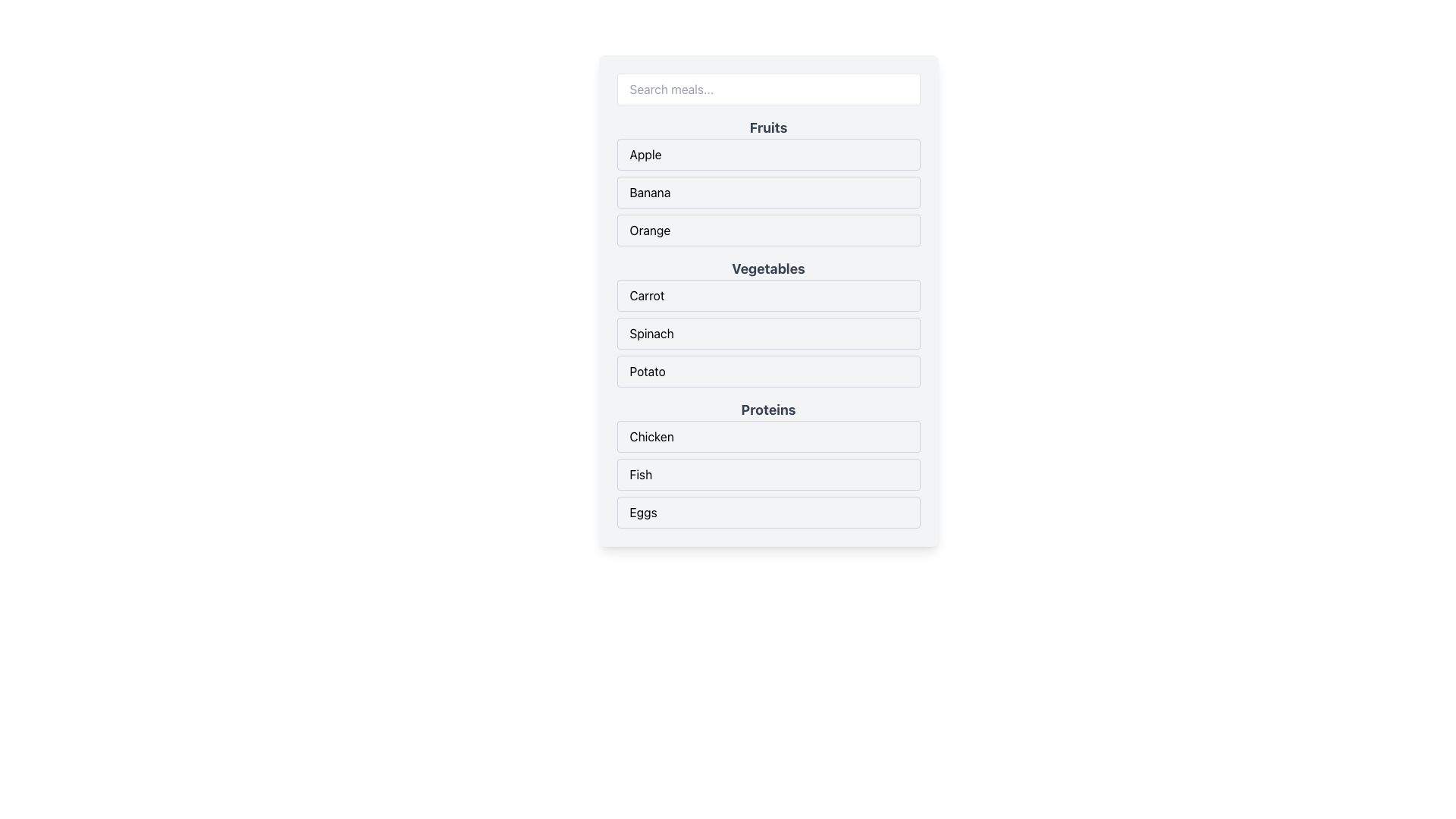 Image resolution: width=1456 pixels, height=819 pixels. Describe the element at coordinates (647, 295) in the screenshot. I see `the 'Carrot' label located in the first entry of the 'Vegetables' section` at that location.